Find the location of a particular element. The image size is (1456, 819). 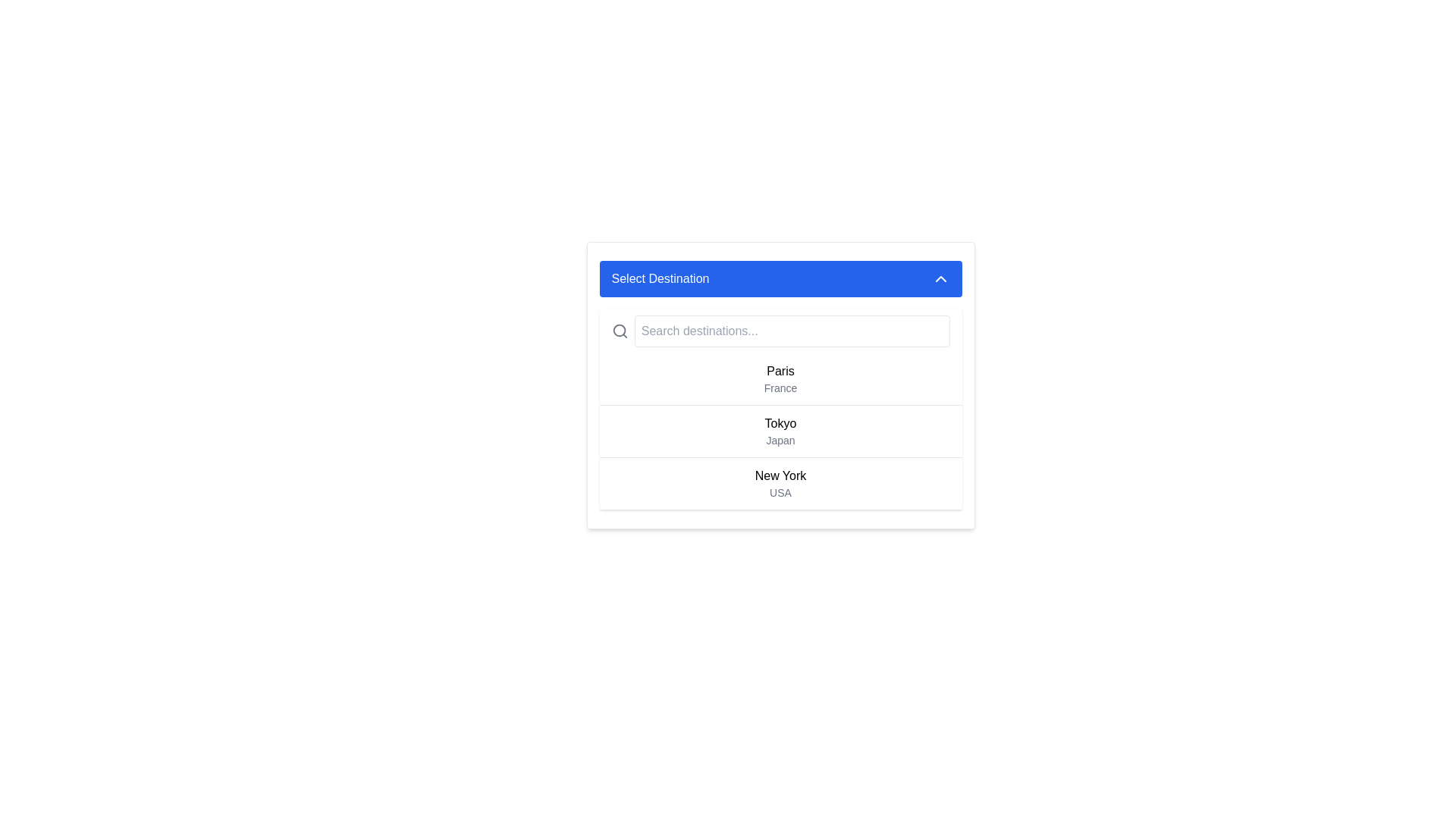

the second option in the dropdown menu representing 'Tokyo, Japan' is located at coordinates (780, 409).